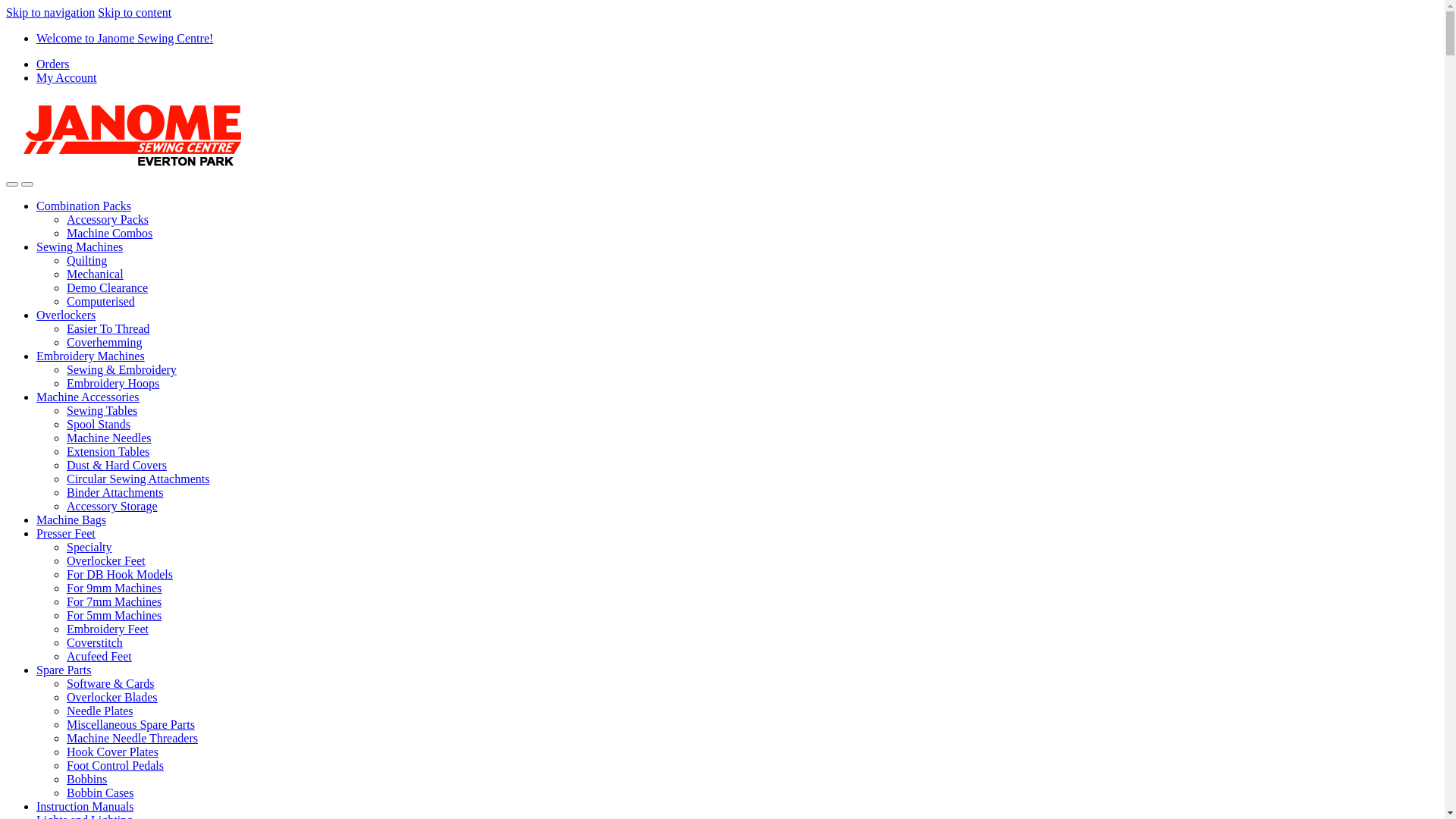 The width and height of the screenshot is (1456, 819). What do you see at coordinates (65, 723) in the screenshot?
I see `'Miscellaneous Spare Parts'` at bounding box center [65, 723].